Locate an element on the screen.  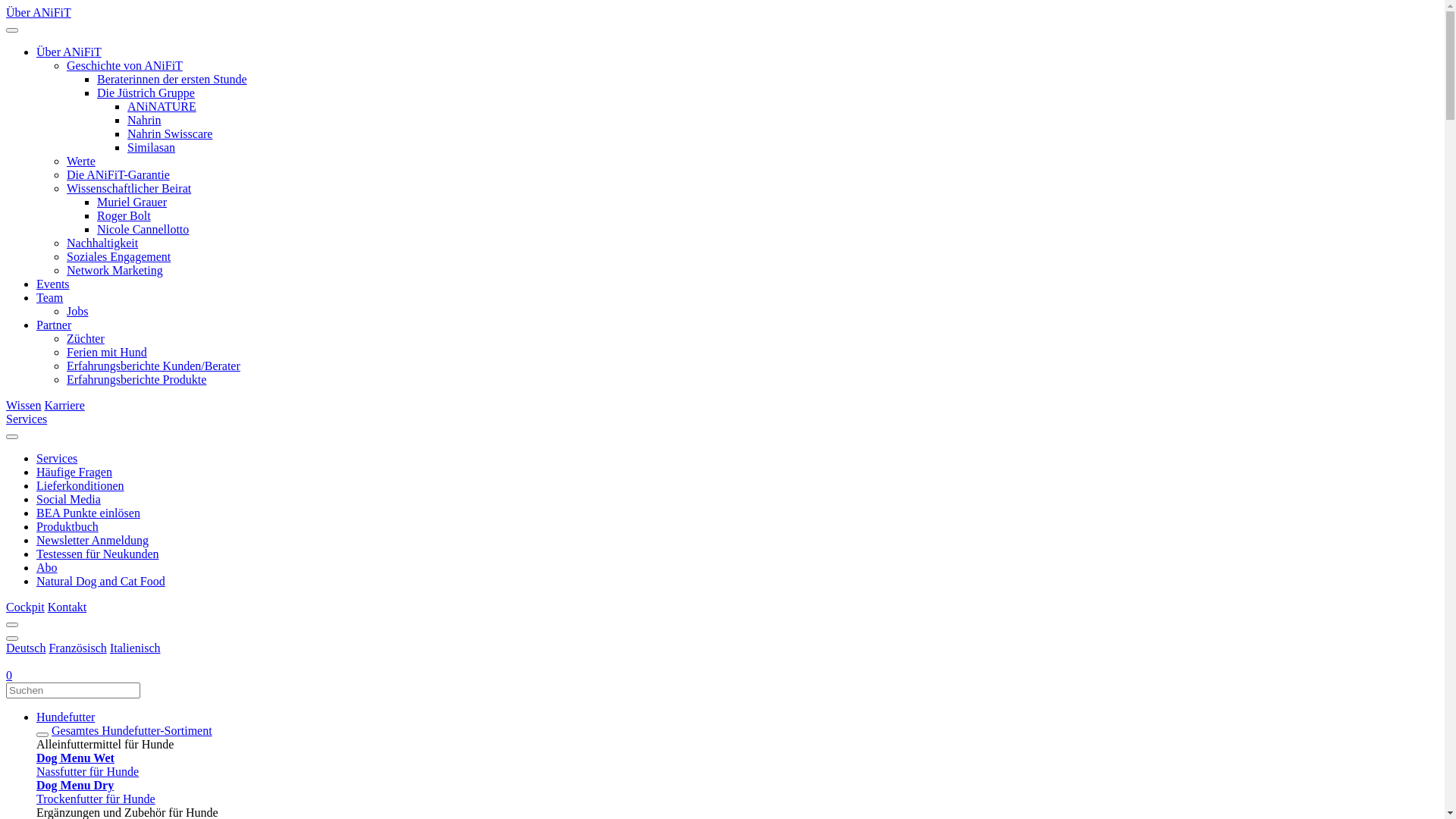
'Beraterinnen der ersten Stunde' is located at coordinates (171, 79).